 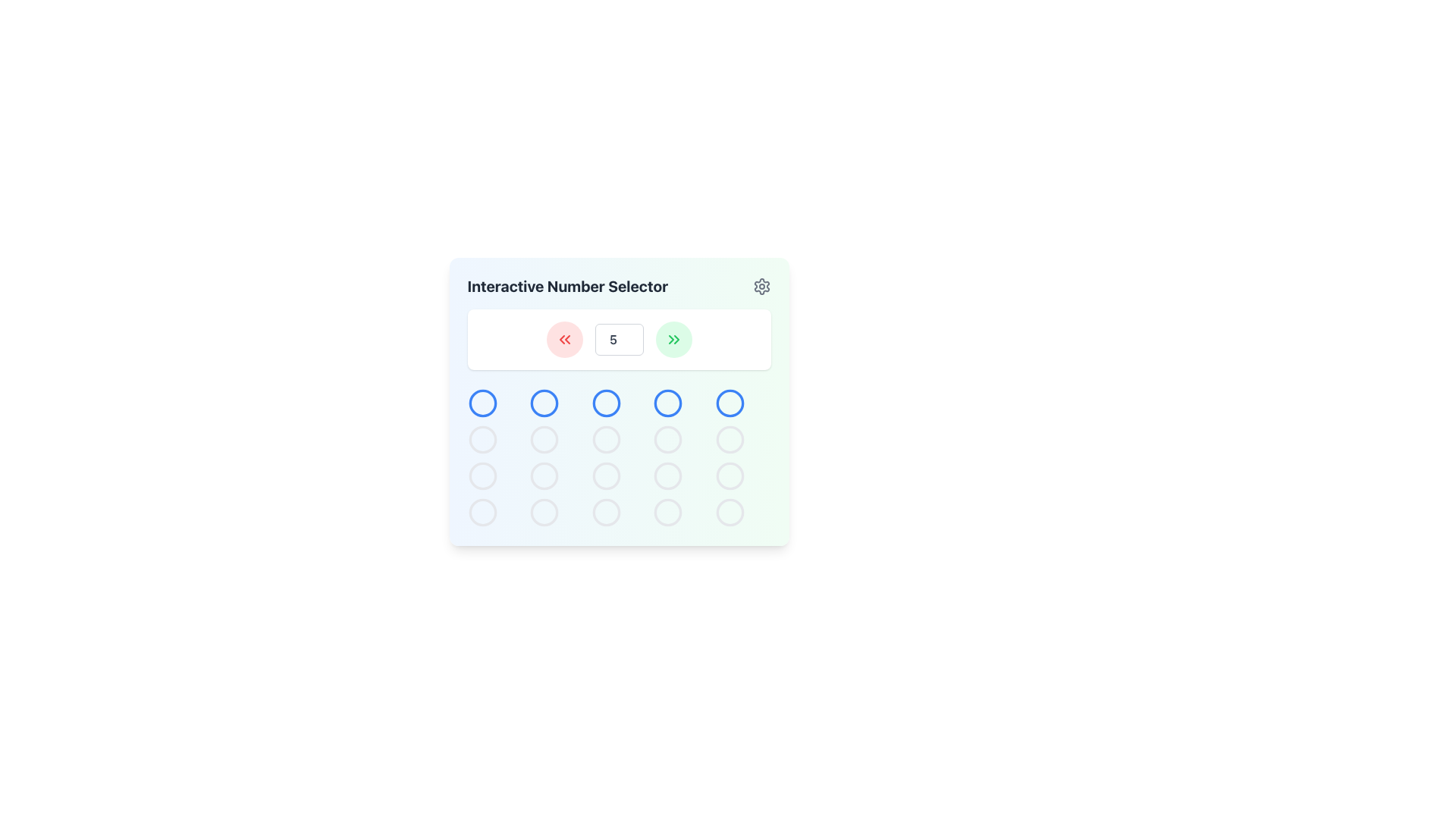 What do you see at coordinates (482, 512) in the screenshot?
I see `the circular icon with a gray outline located in the last row and first column of the grid of circular icons` at bounding box center [482, 512].